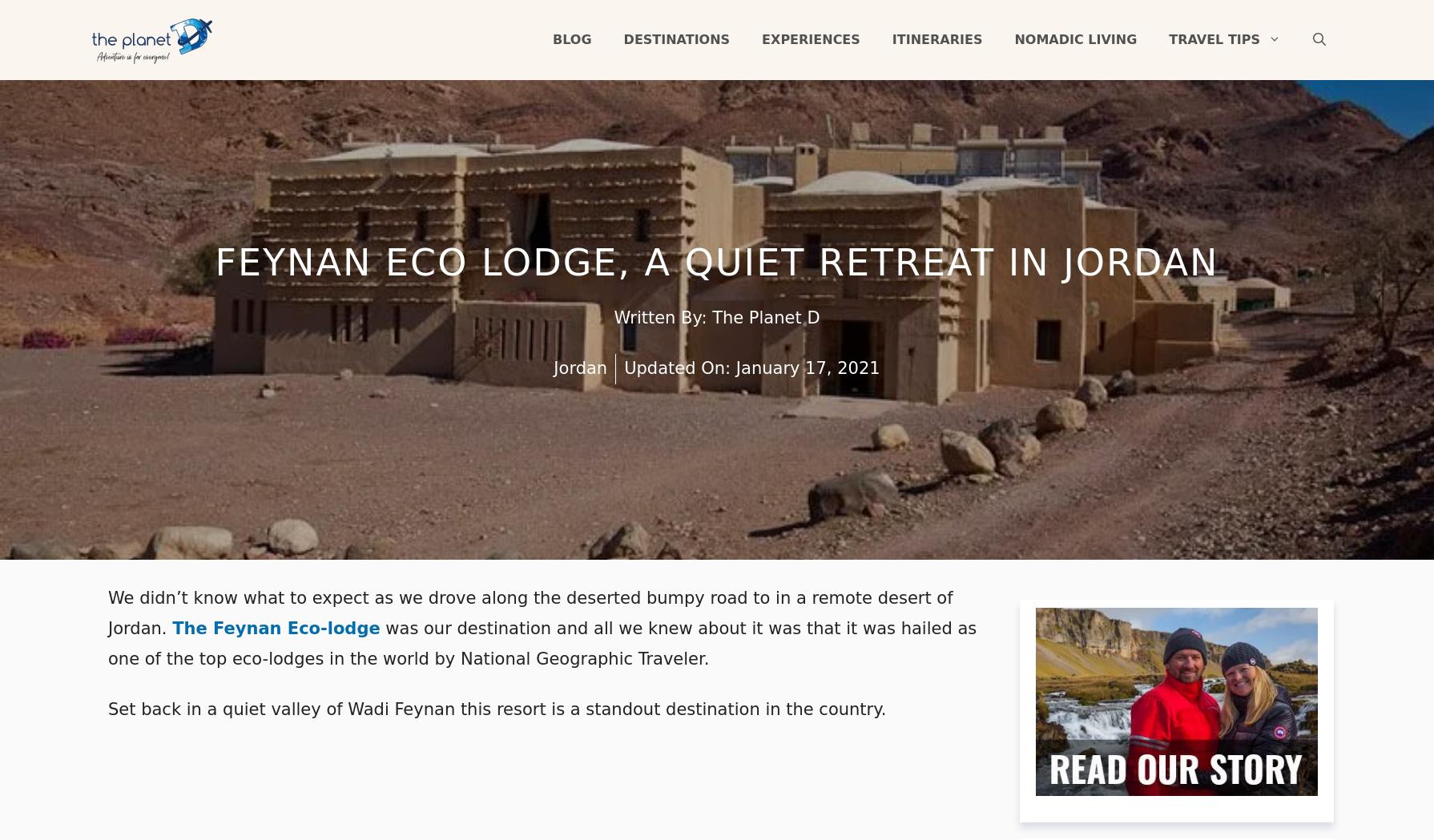 The height and width of the screenshot is (840, 1434). I want to click on 'Written By:', so click(662, 318).